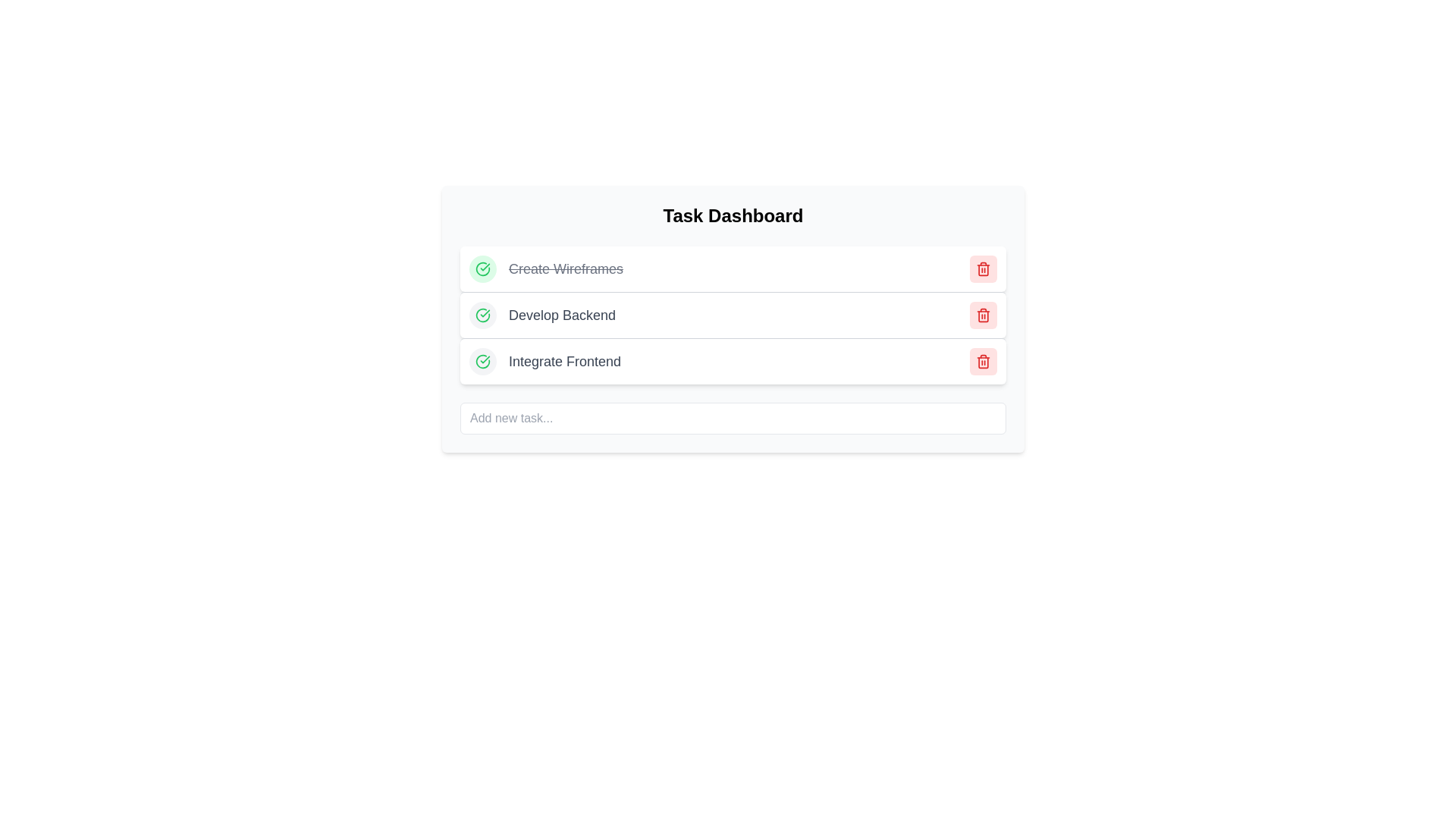 The height and width of the screenshot is (819, 1456). I want to click on the text 'Integrate Frontend' in the task list item, which is visually represented by a green circular icon with a check mark on the left, so click(545, 362).